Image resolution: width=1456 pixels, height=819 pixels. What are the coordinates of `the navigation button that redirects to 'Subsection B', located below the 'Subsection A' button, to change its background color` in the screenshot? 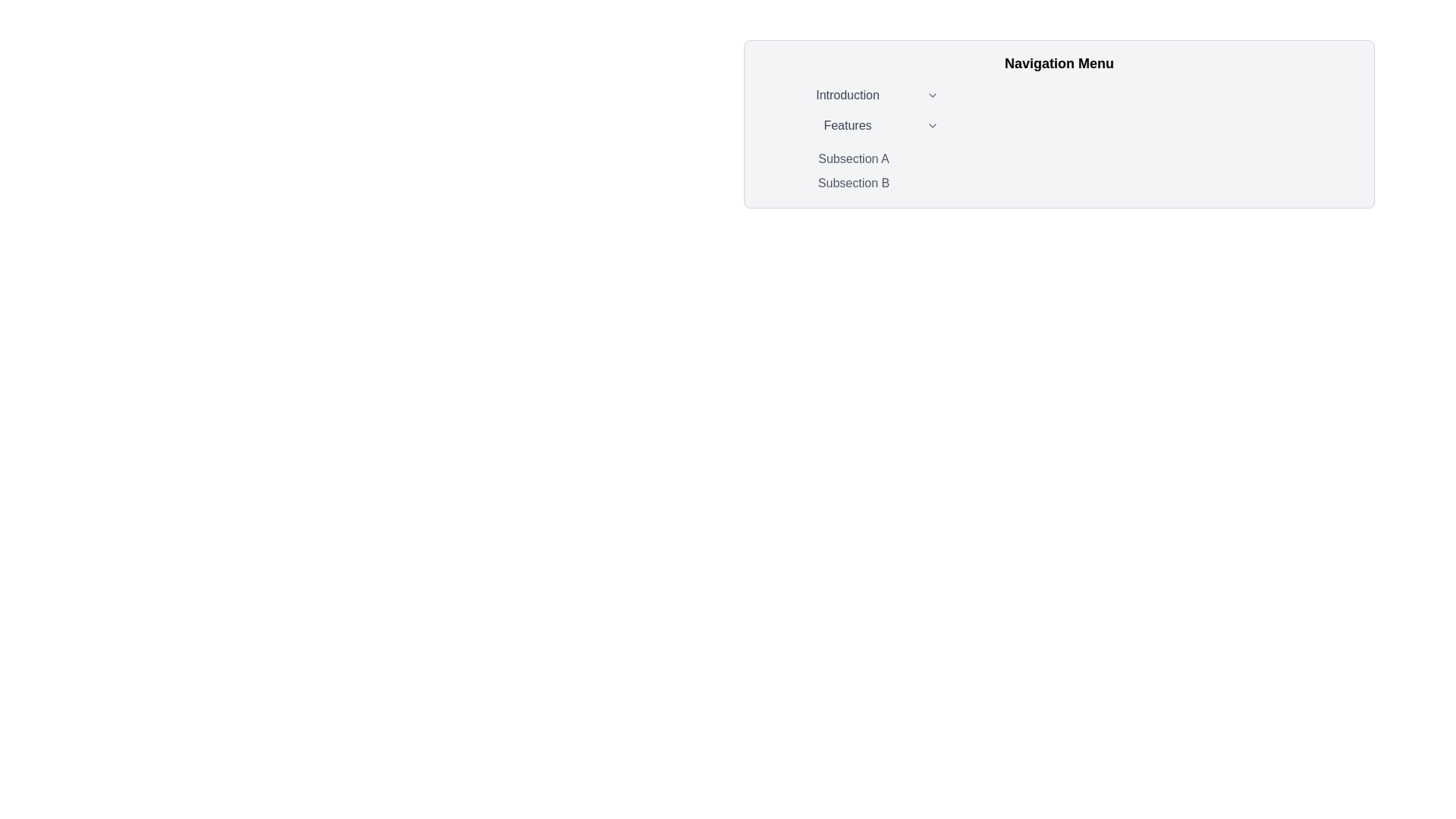 It's located at (854, 183).